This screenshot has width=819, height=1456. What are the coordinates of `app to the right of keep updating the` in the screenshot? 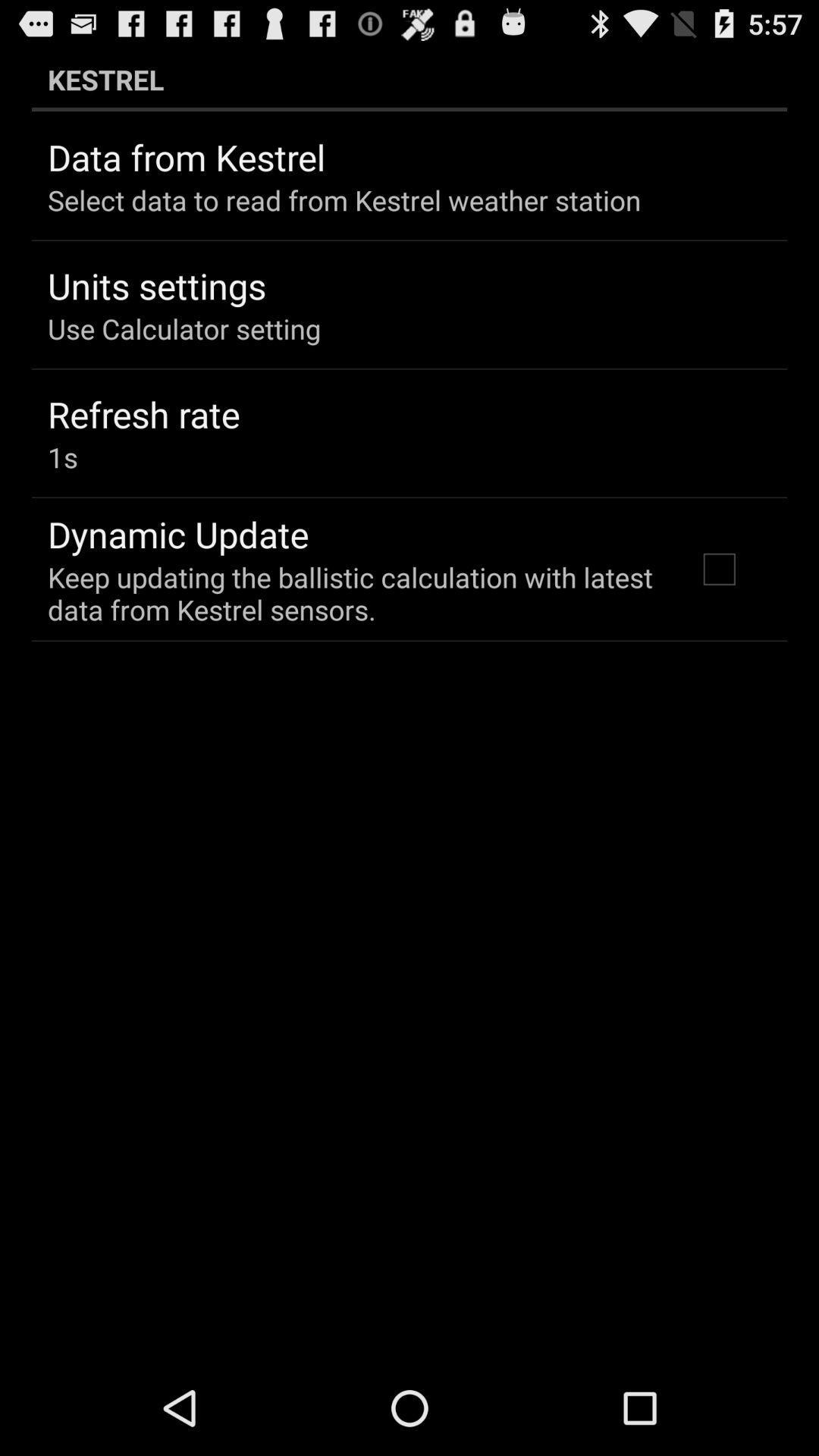 It's located at (718, 568).